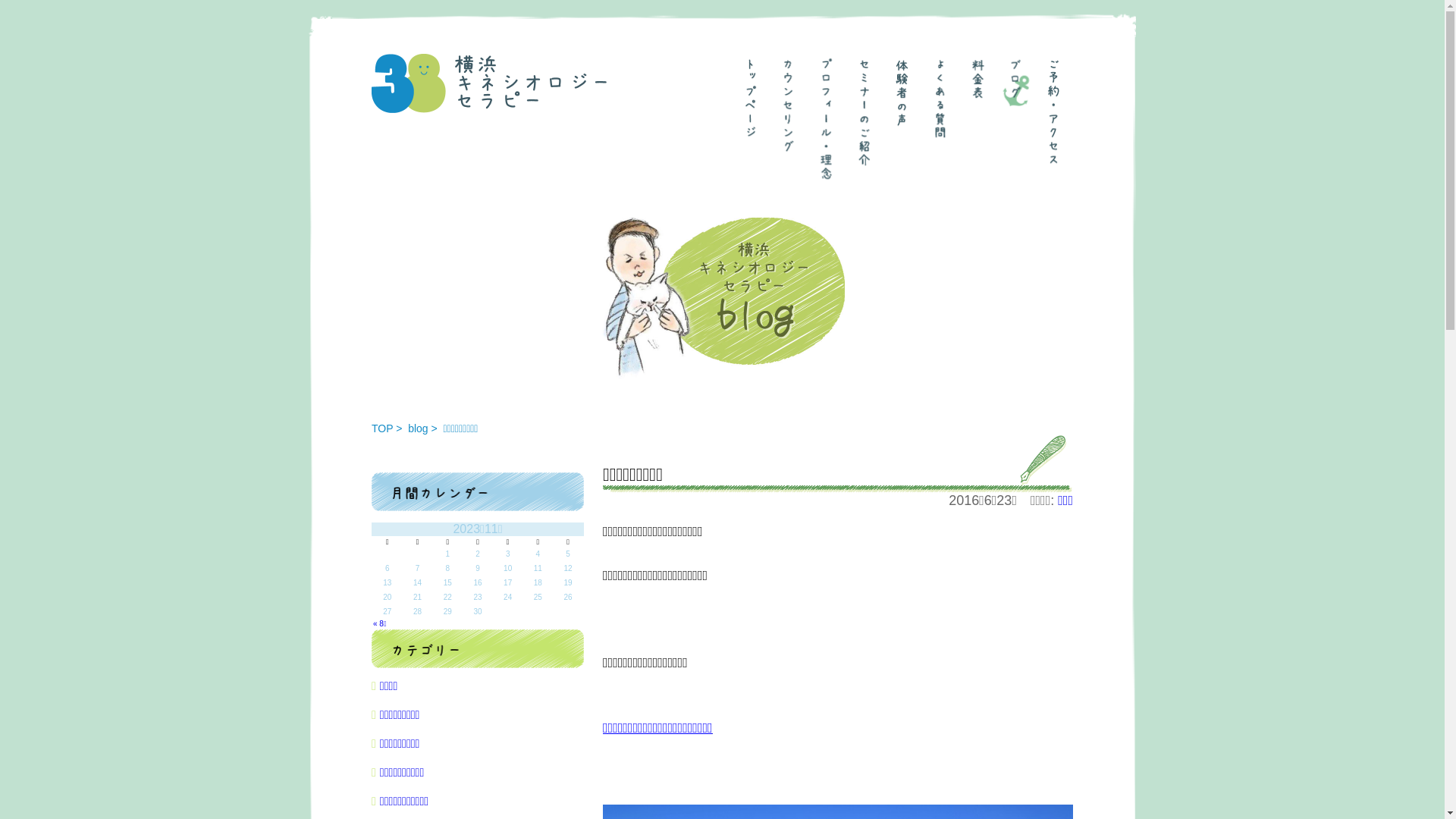 The width and height of the screenshot is (1456, 819). I want to click on 'blog', so click(418, 428).